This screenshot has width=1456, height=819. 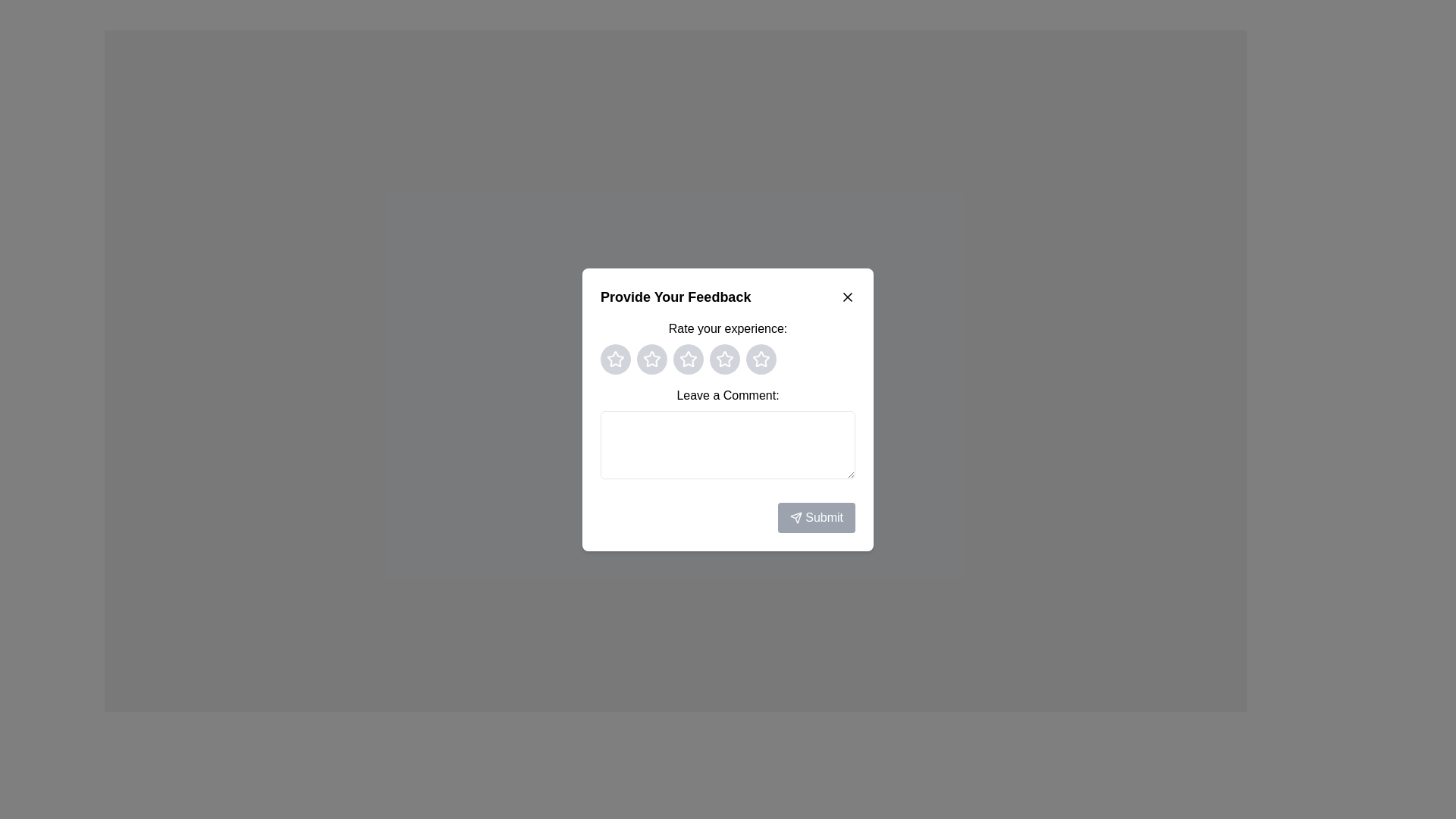 I want to click on the first star icon of the five-star rating system located at the top of the feedback form, so click(x=615, y=359).